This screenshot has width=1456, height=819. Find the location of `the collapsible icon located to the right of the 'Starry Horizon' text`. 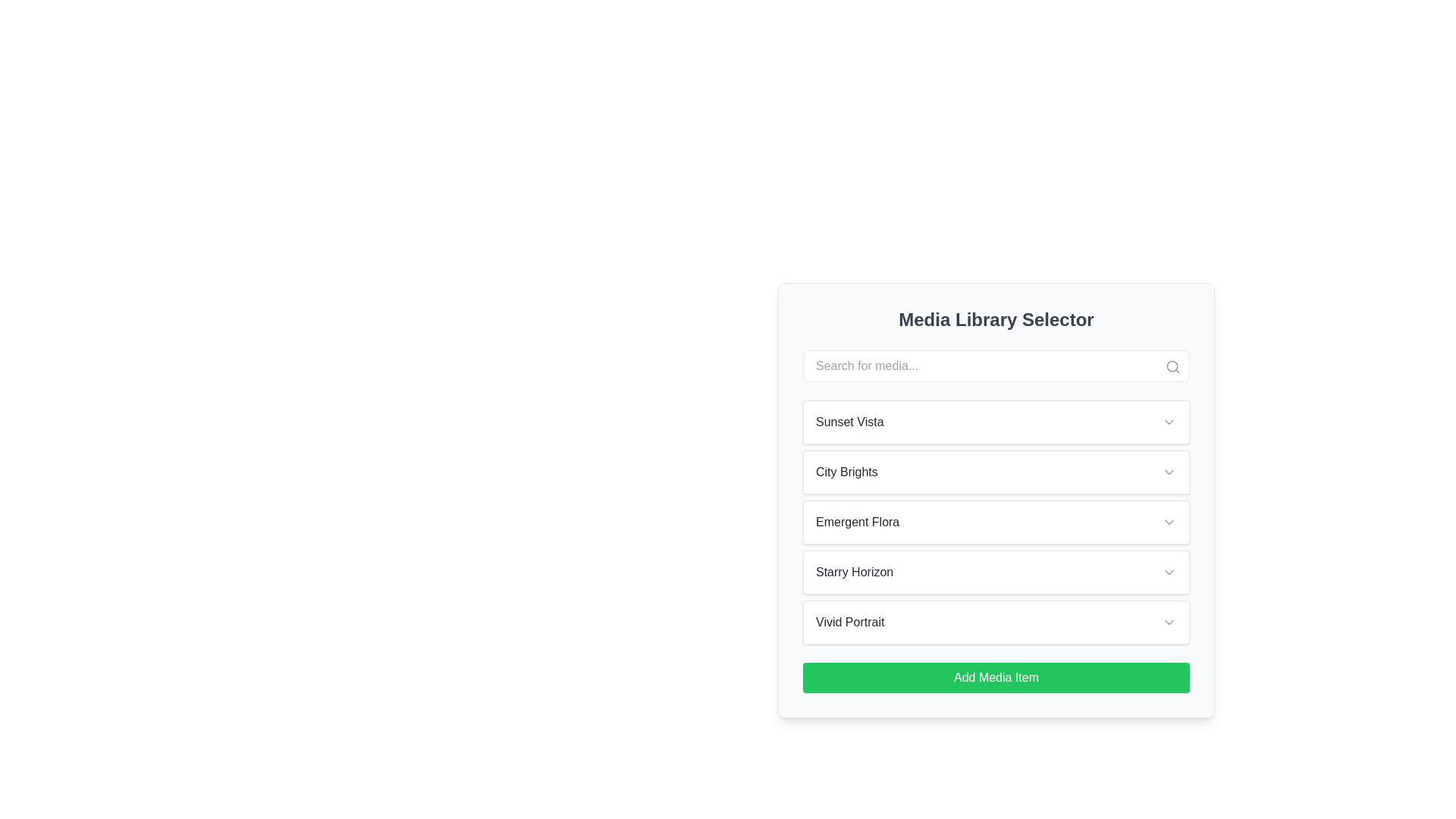

the collapsible icon located to the right of the 'Starry Horizon' text is located at coordinates (1168, 573).